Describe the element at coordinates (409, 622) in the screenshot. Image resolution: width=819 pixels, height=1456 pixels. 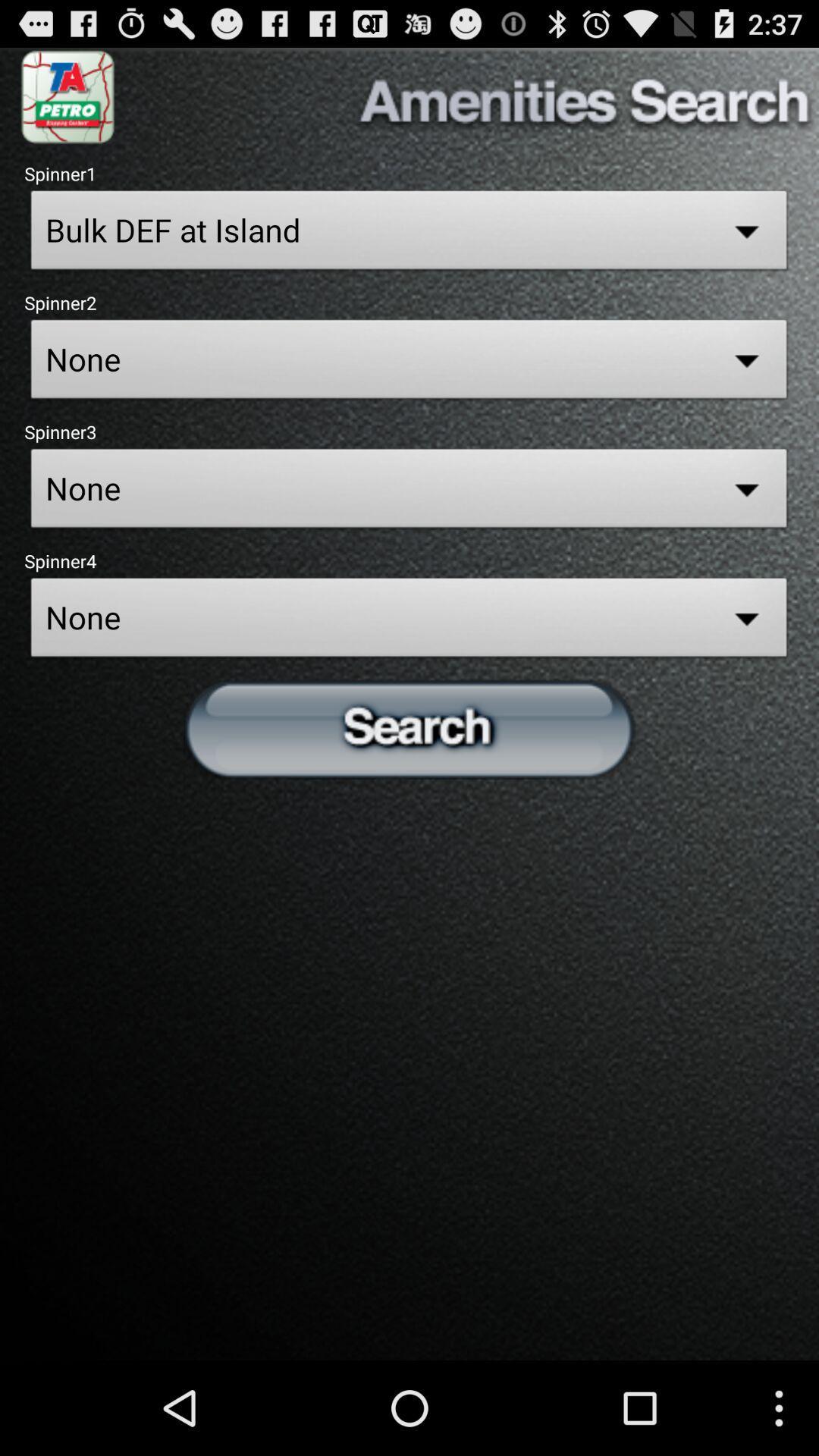
I see `the none field in spinner 4` at that location.